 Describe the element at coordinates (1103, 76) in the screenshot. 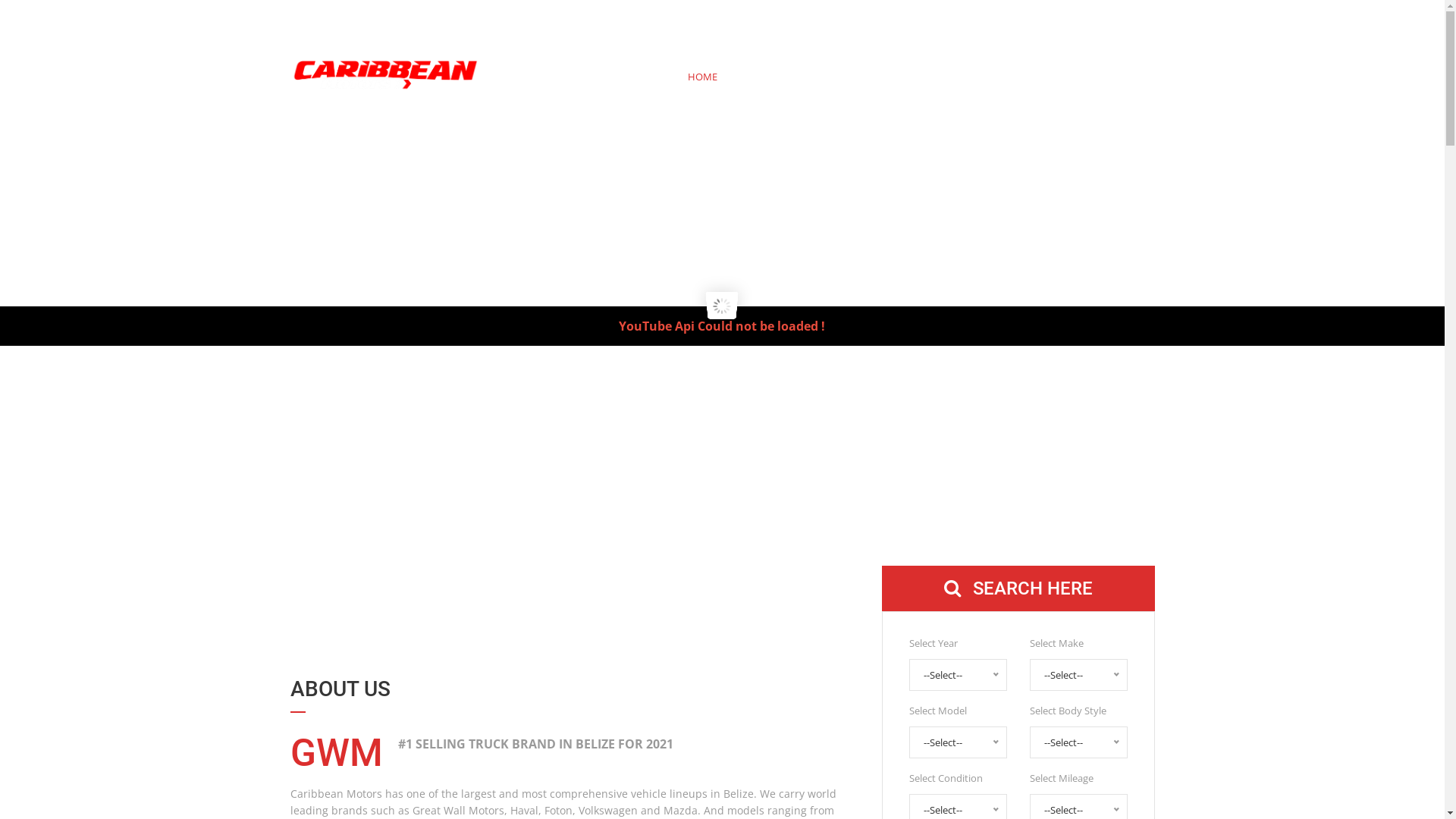

I see `'CONTACT'` at that location.